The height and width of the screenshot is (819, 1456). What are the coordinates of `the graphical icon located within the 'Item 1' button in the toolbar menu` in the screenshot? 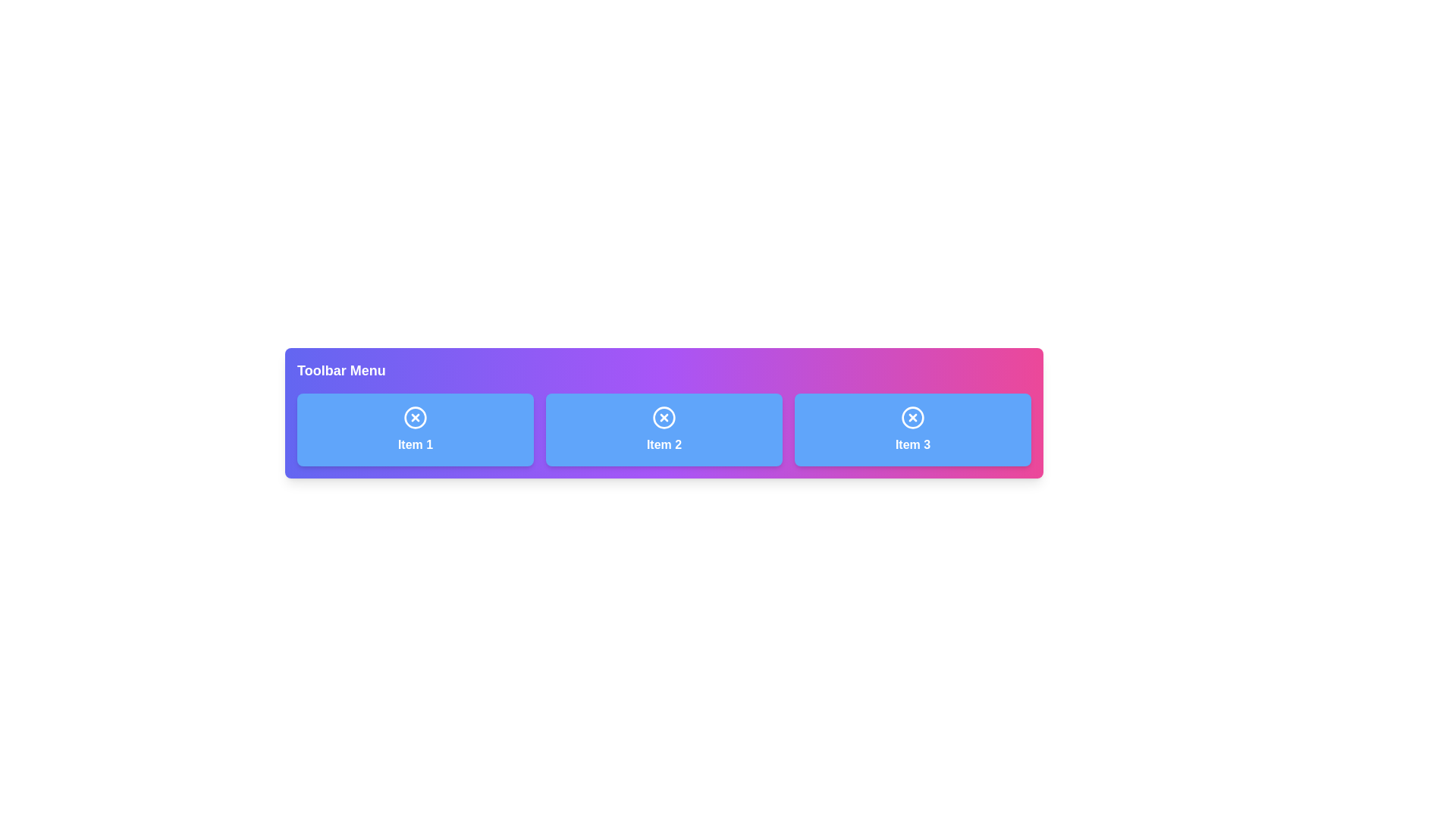 It's located at (415, 418).